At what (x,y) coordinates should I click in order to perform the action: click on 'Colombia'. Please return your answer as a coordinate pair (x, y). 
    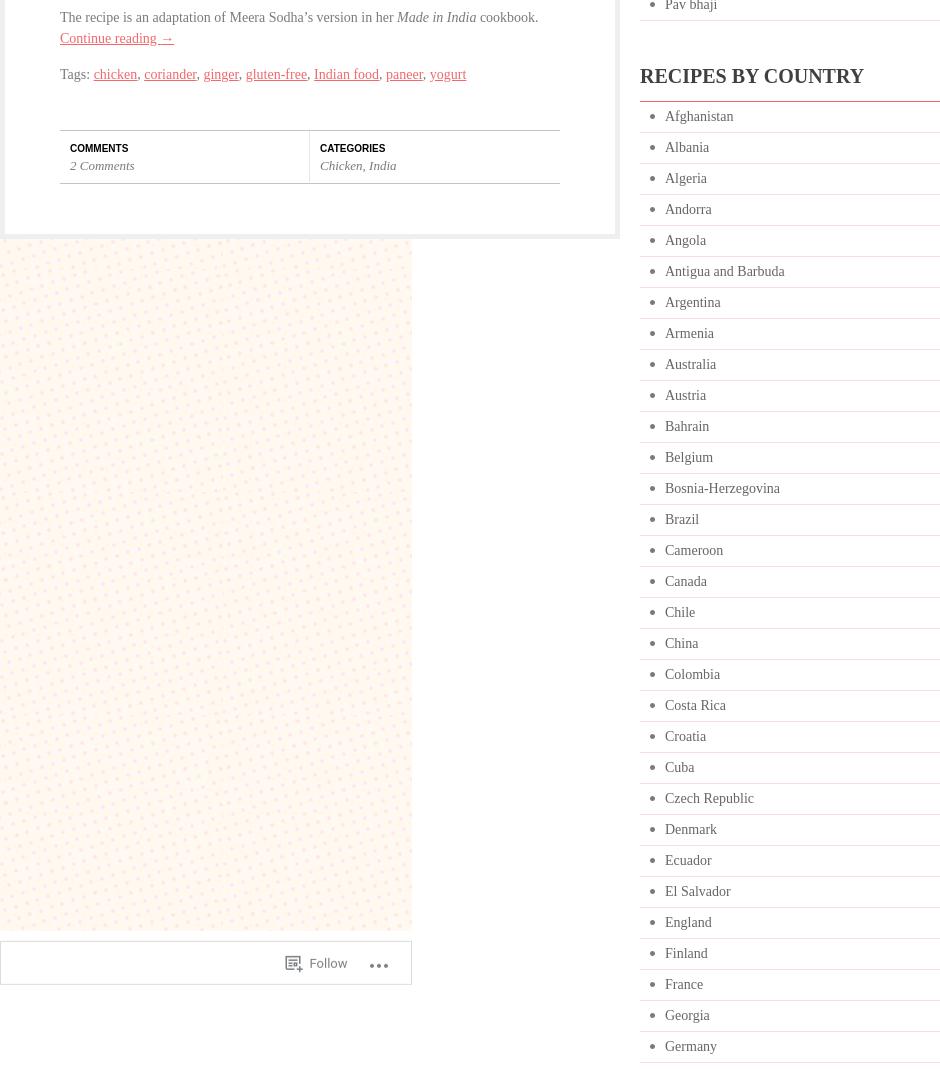
    Looking at the image, I should click on (691, 673).